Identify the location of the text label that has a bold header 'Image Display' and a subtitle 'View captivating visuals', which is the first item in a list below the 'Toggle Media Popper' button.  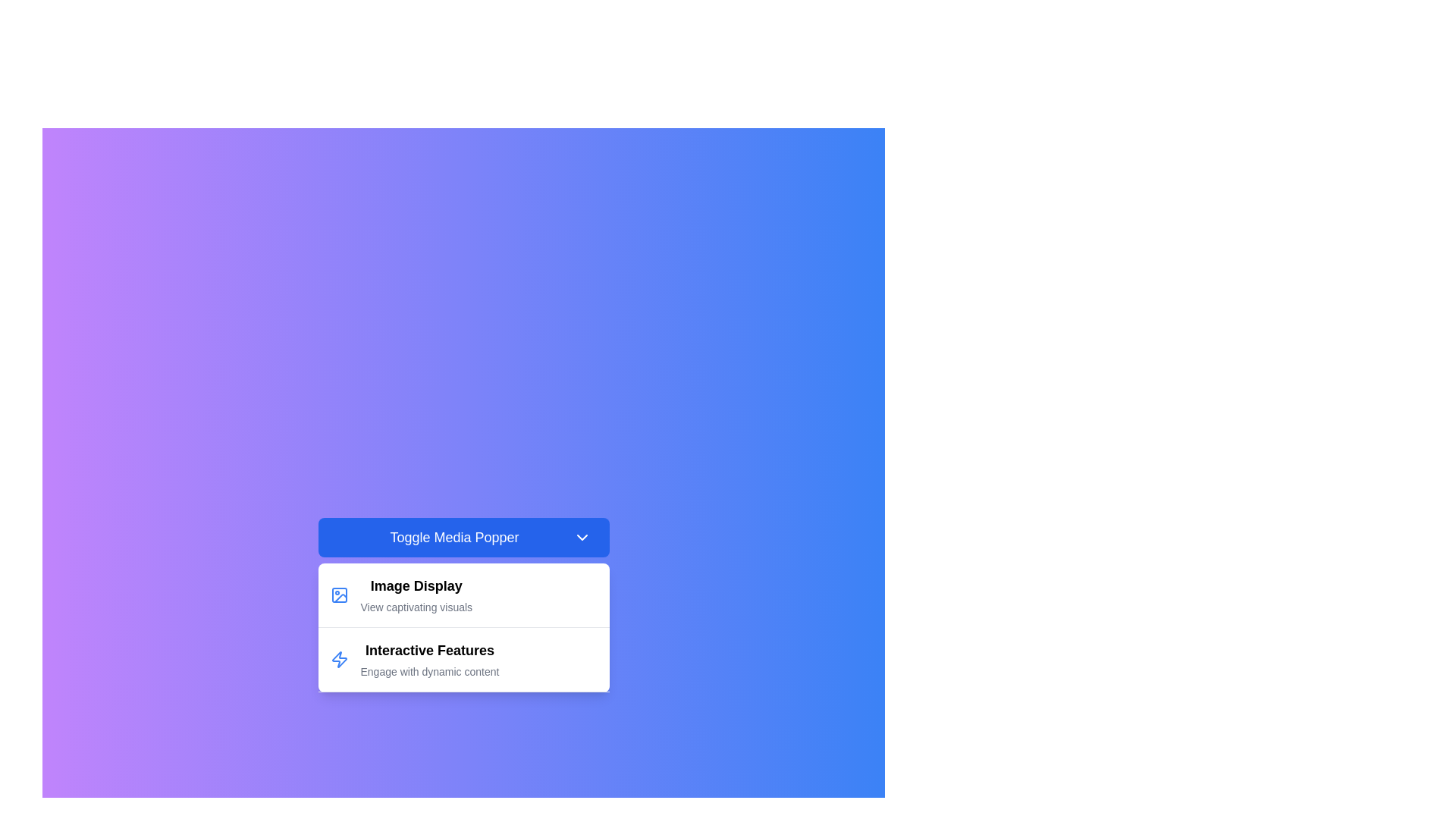
(416, 595).